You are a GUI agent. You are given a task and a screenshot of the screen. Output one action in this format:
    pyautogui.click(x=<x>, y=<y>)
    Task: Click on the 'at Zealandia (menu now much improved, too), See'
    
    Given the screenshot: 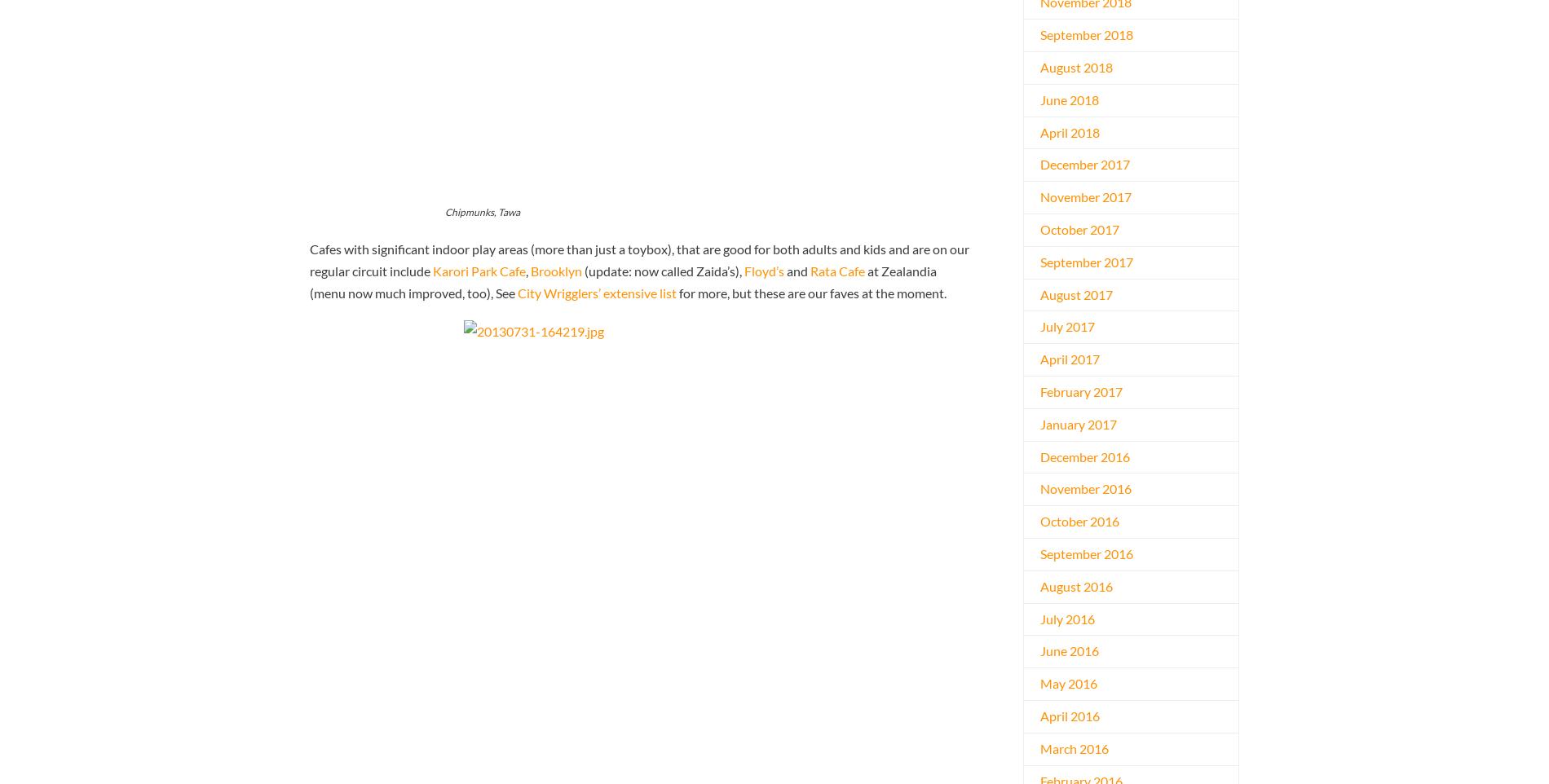 What is the action you would take?
    pyautogui.click(x=622, y=281)
    